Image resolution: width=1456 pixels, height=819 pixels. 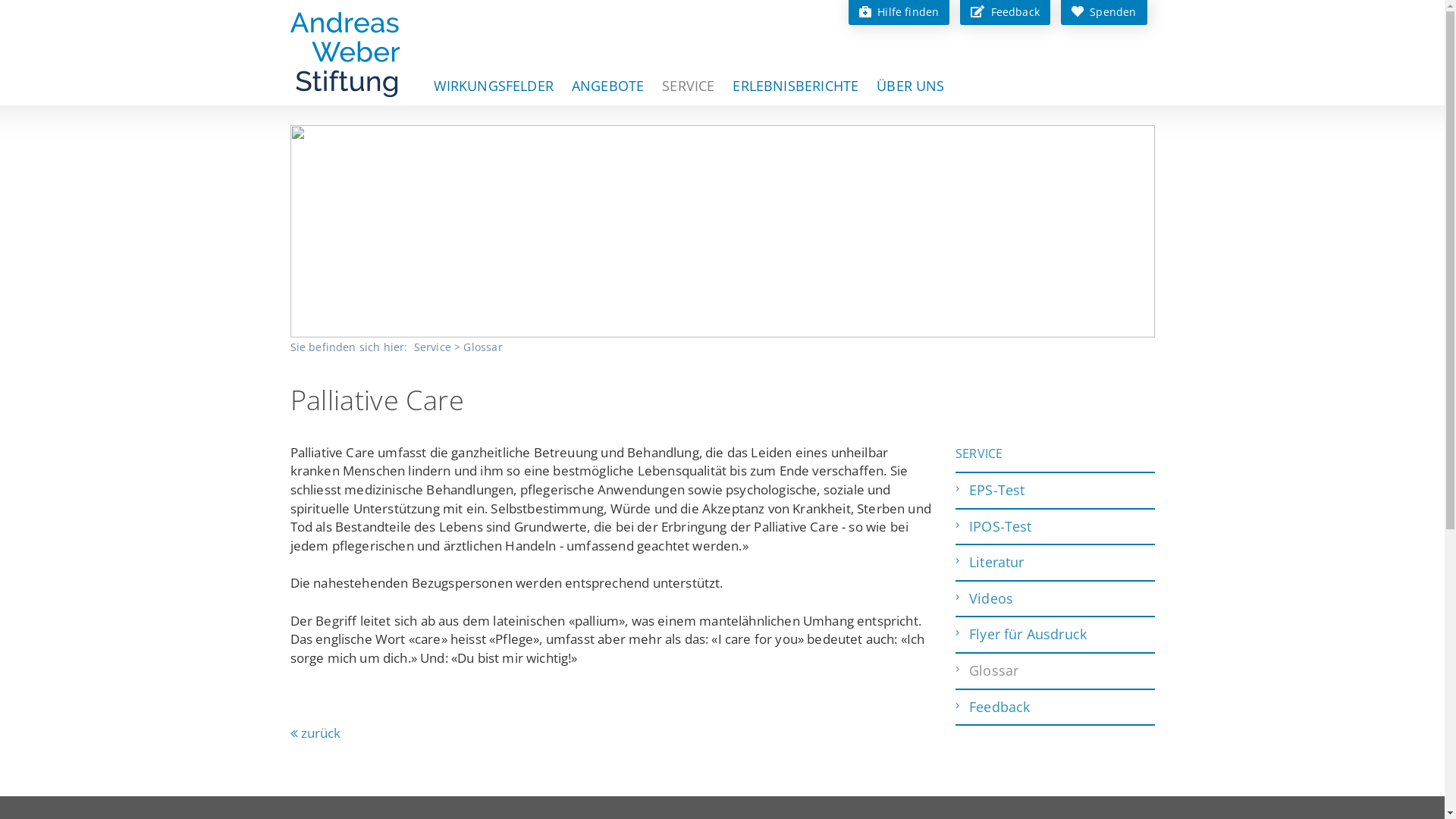 I want to click on 'ERLEBNISBERICHTE', so click(x=795, y=85).